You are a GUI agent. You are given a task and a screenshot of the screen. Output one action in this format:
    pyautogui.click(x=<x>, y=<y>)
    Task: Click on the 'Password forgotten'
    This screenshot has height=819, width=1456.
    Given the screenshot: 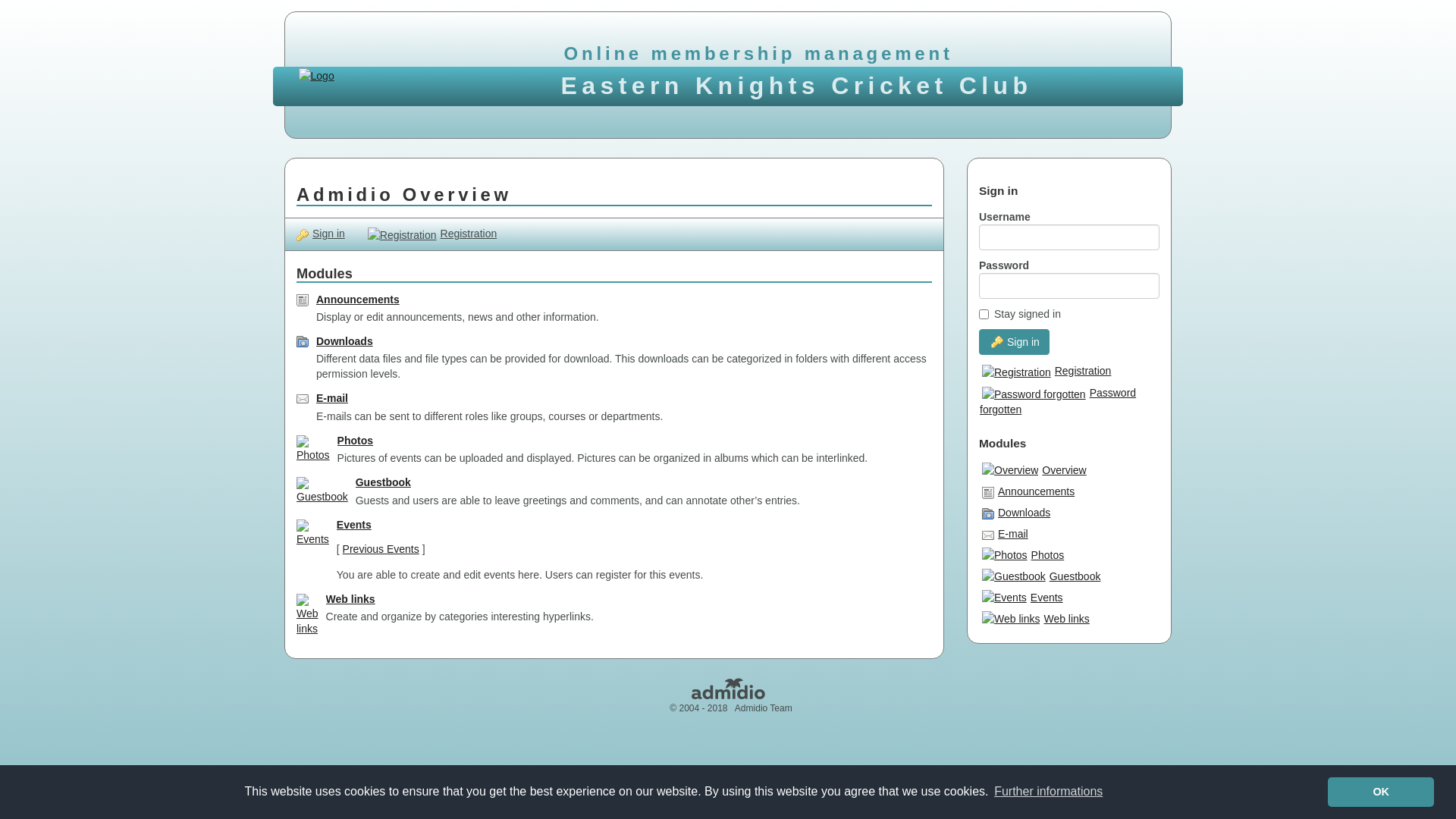 What is the action you would take?
    pyautogui.click(x=1068, y=403)
    